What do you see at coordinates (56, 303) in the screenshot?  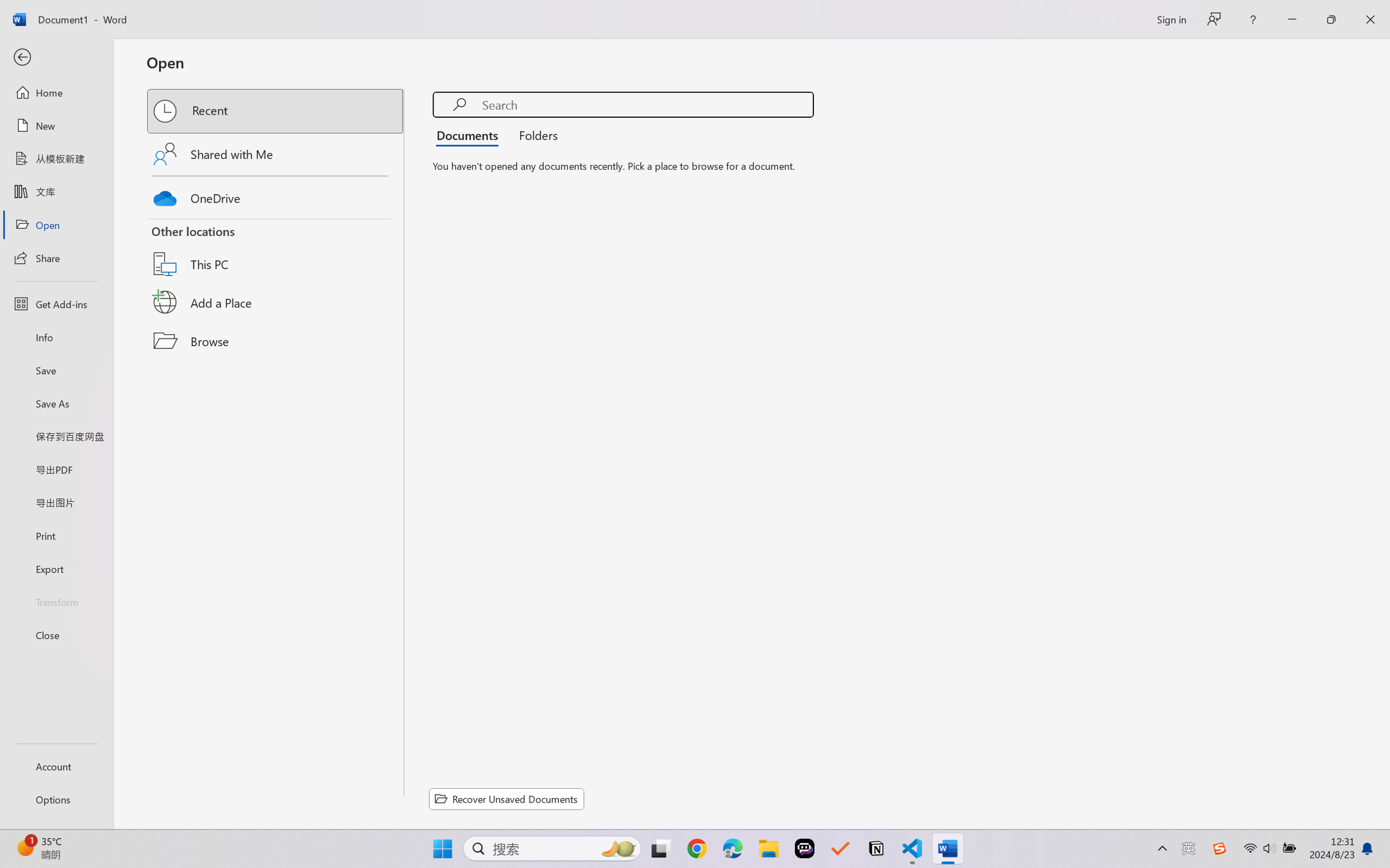 I see `'Get Add-ins'` at bounding box center [56, 303].